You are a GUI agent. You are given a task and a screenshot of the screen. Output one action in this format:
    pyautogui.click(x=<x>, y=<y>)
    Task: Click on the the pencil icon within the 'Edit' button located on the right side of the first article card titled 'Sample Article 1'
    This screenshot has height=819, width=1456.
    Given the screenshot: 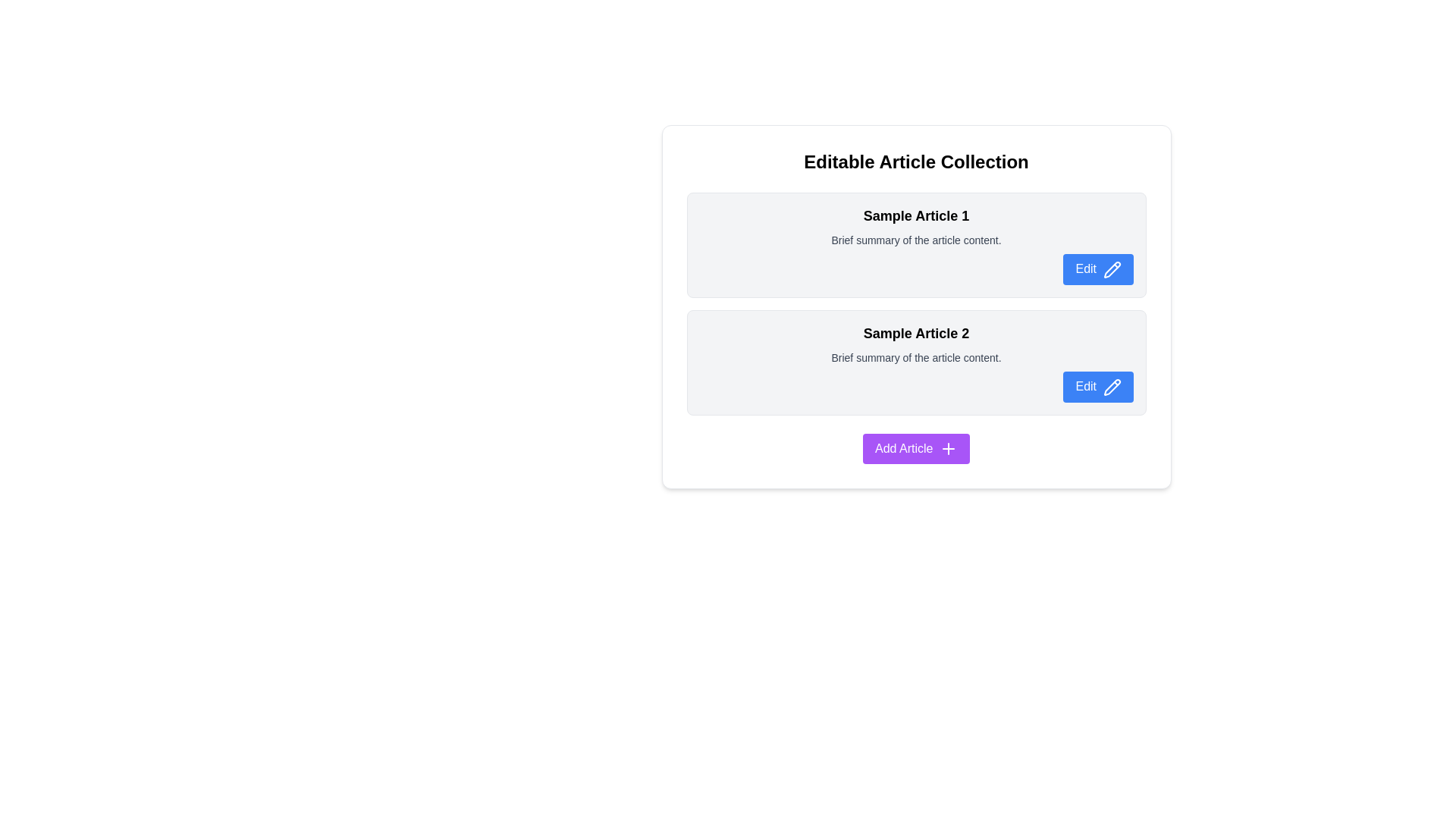 What is the action you would take?
    pyautogui.click(x=1112, y=268)
    